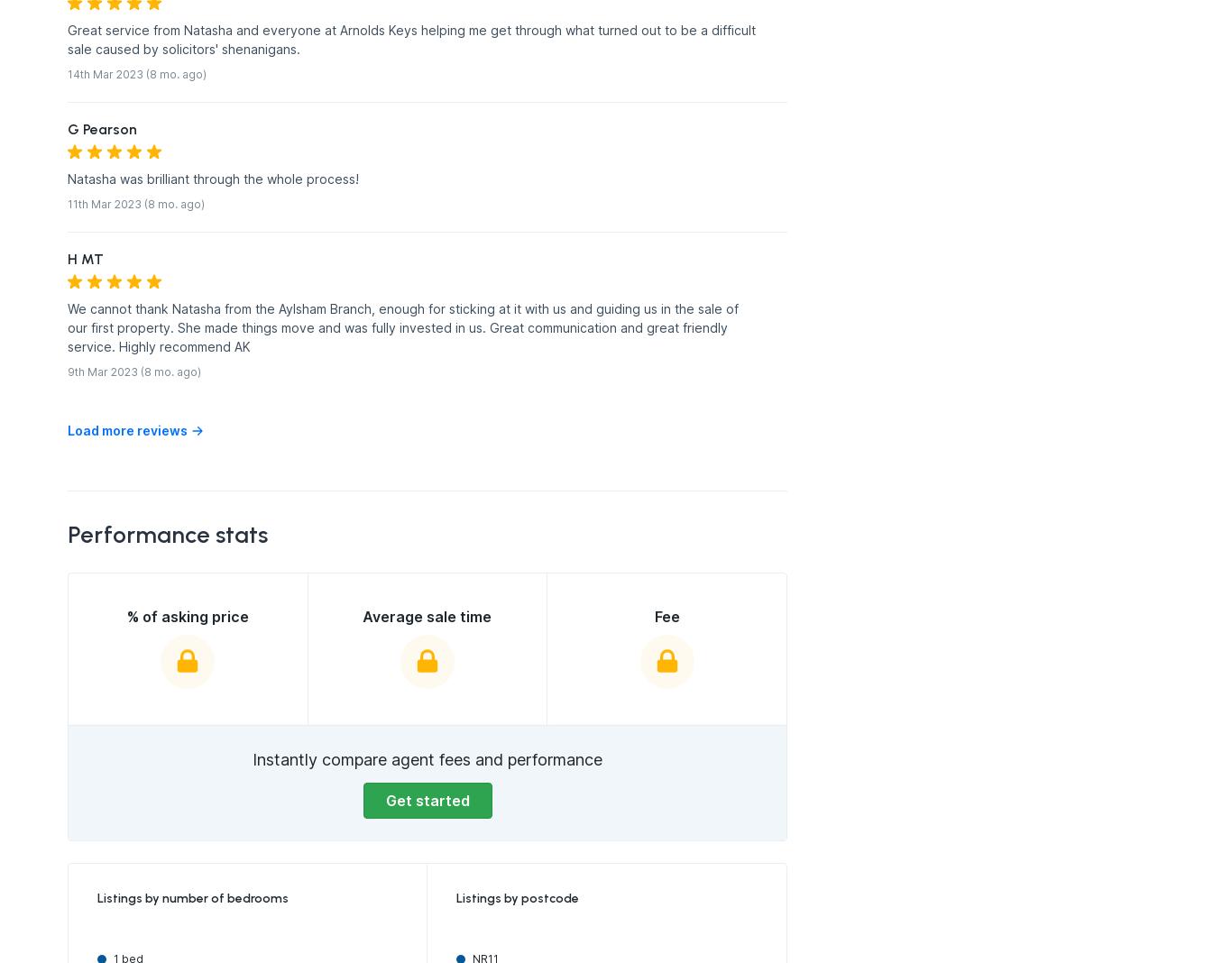 The width and height of the screenshot is (1232, 963). I want to click on 'sale caused by solicitors' shenanigans.', so click(182, 48).